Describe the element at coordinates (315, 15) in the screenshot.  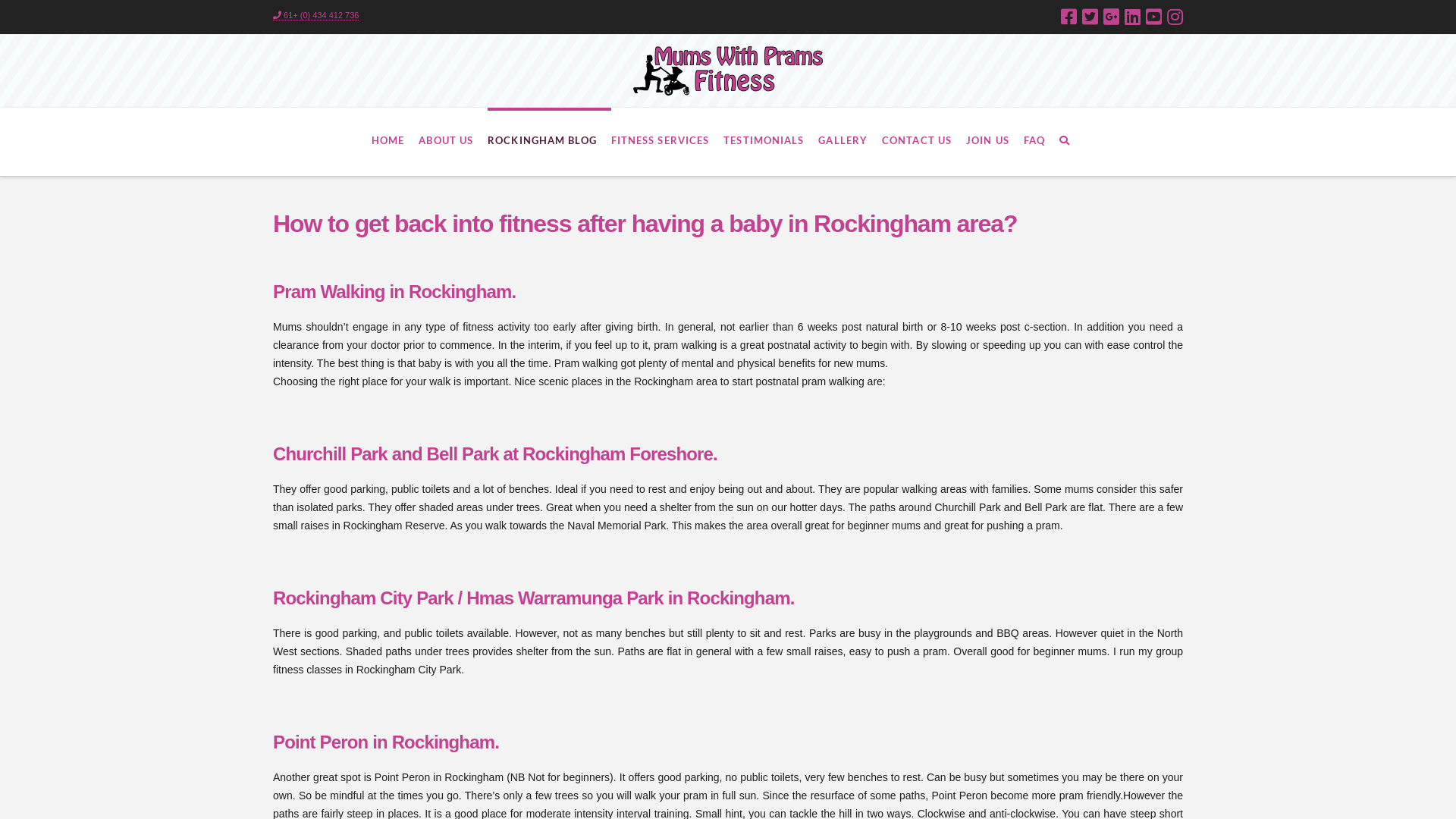
I see `'61+ (0) 434 412 736'` at that location.